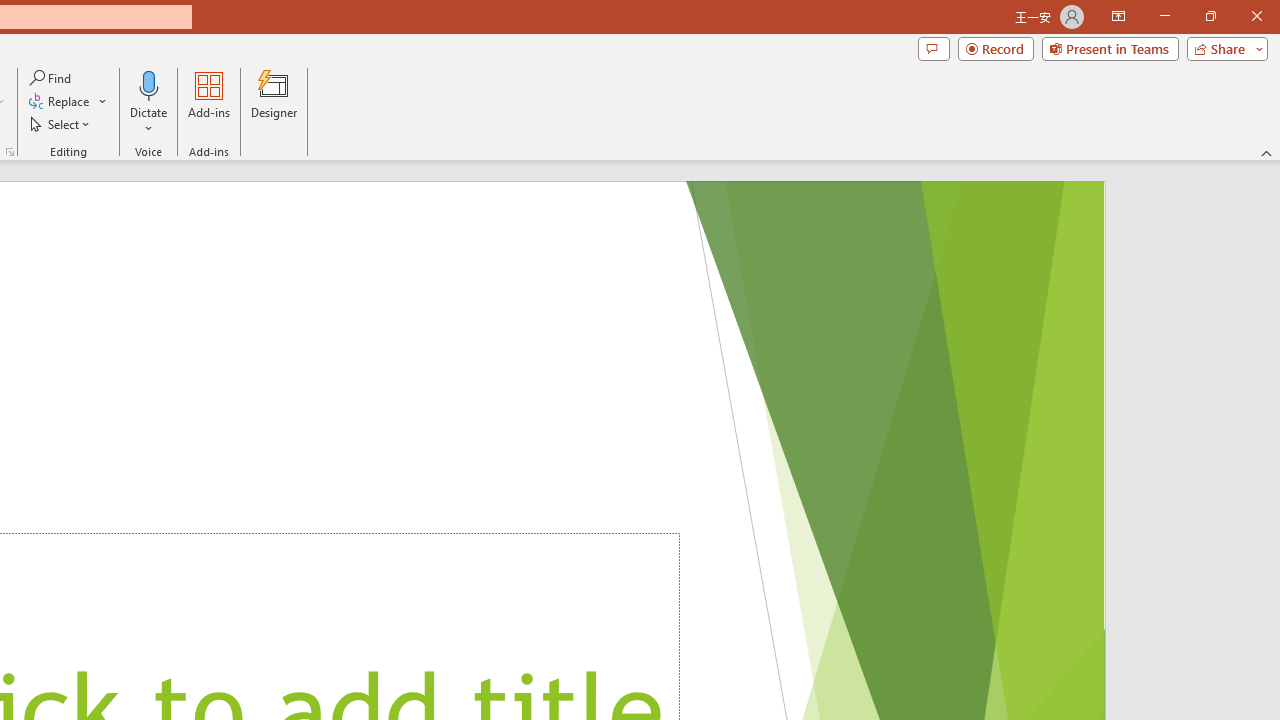 The width and height of the screenshot is (1280, 720). Describe the element at coordinates (1209, 16) in the screenshot. I see `'Restore Down'` at that location.